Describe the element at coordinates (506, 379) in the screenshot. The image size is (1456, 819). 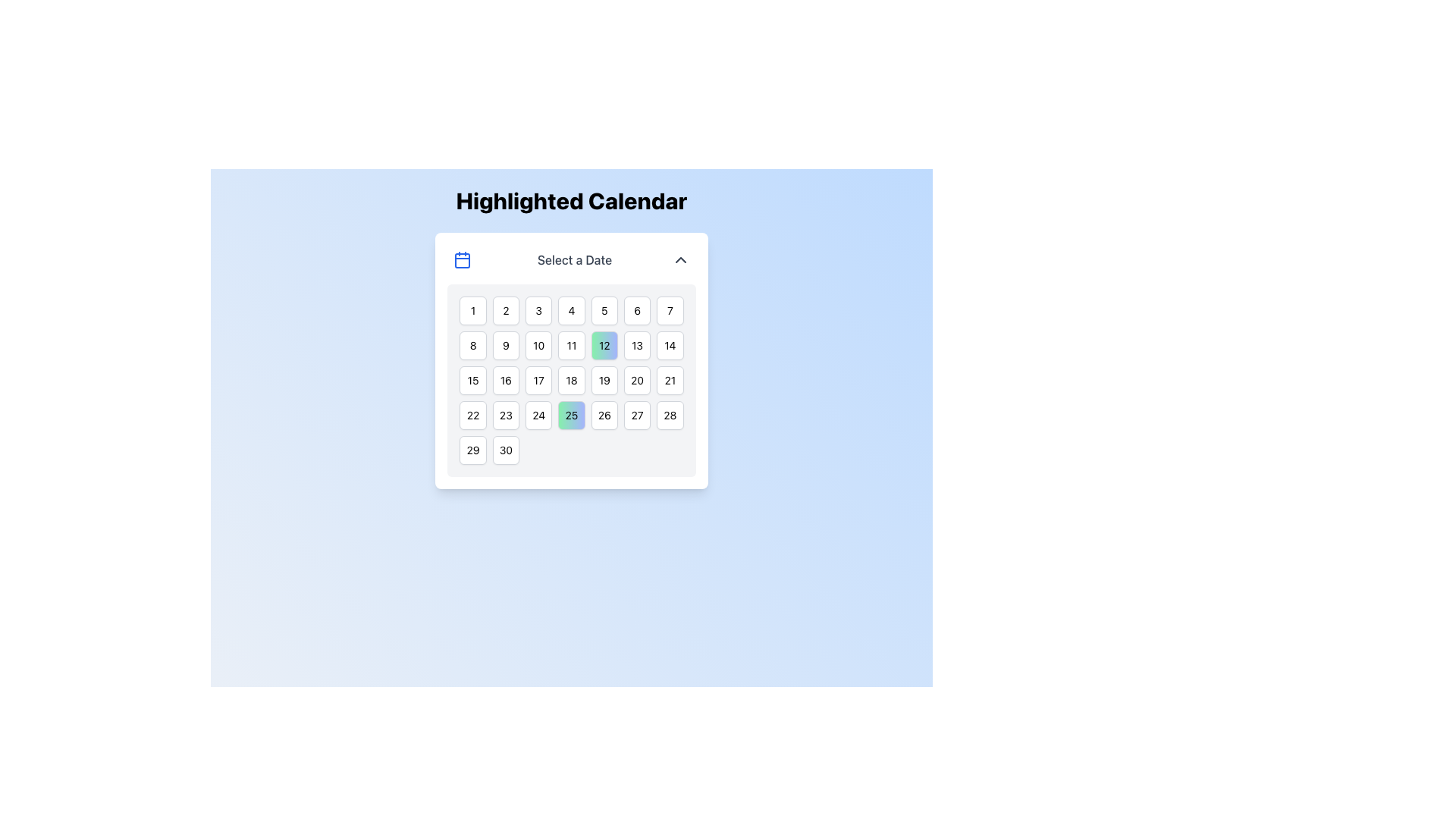
I see `the Calendar day button representing the 16th day of the month` at that location.